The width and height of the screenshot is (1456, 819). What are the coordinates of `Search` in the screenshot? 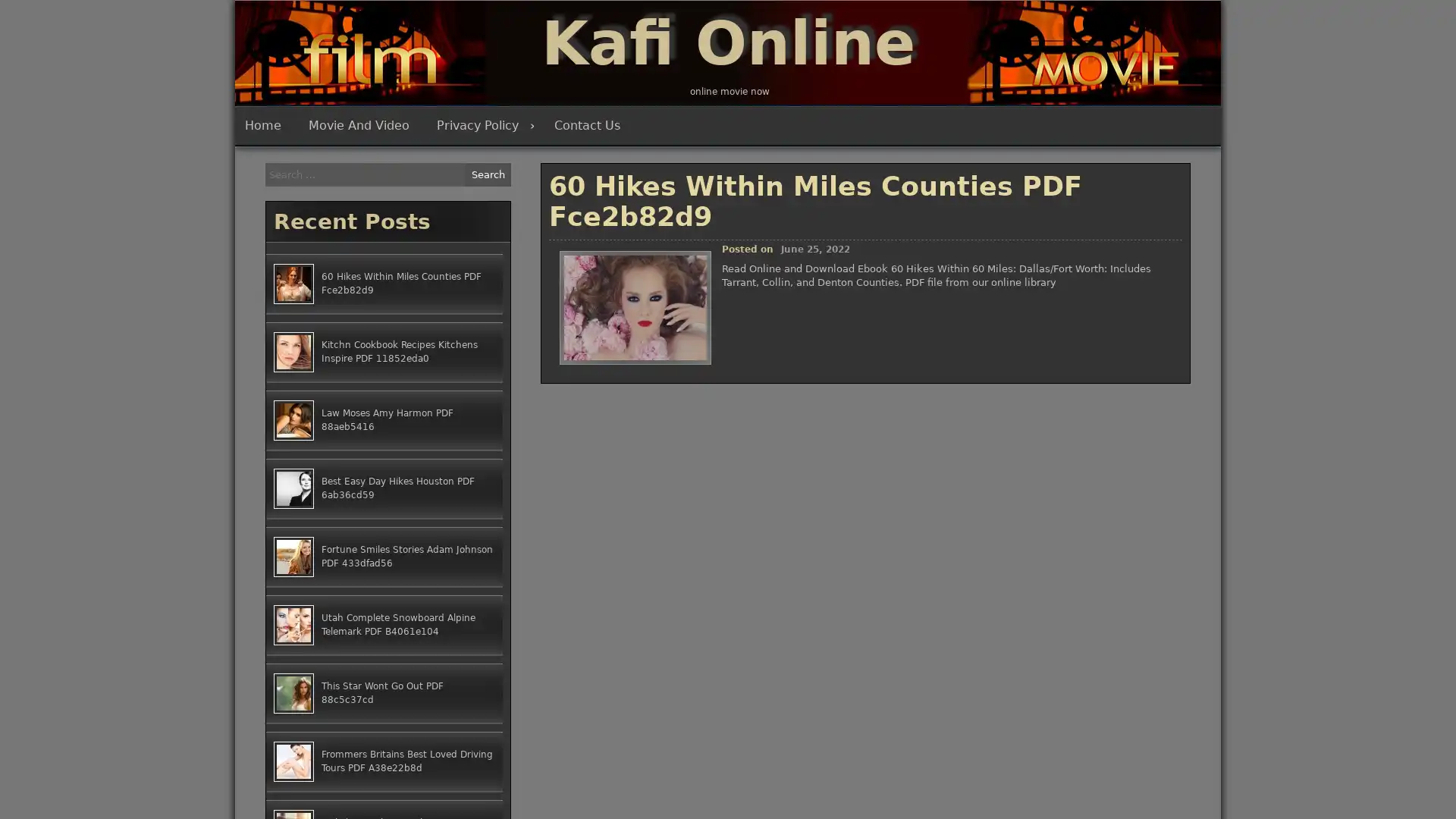 It's located at (488, 174).